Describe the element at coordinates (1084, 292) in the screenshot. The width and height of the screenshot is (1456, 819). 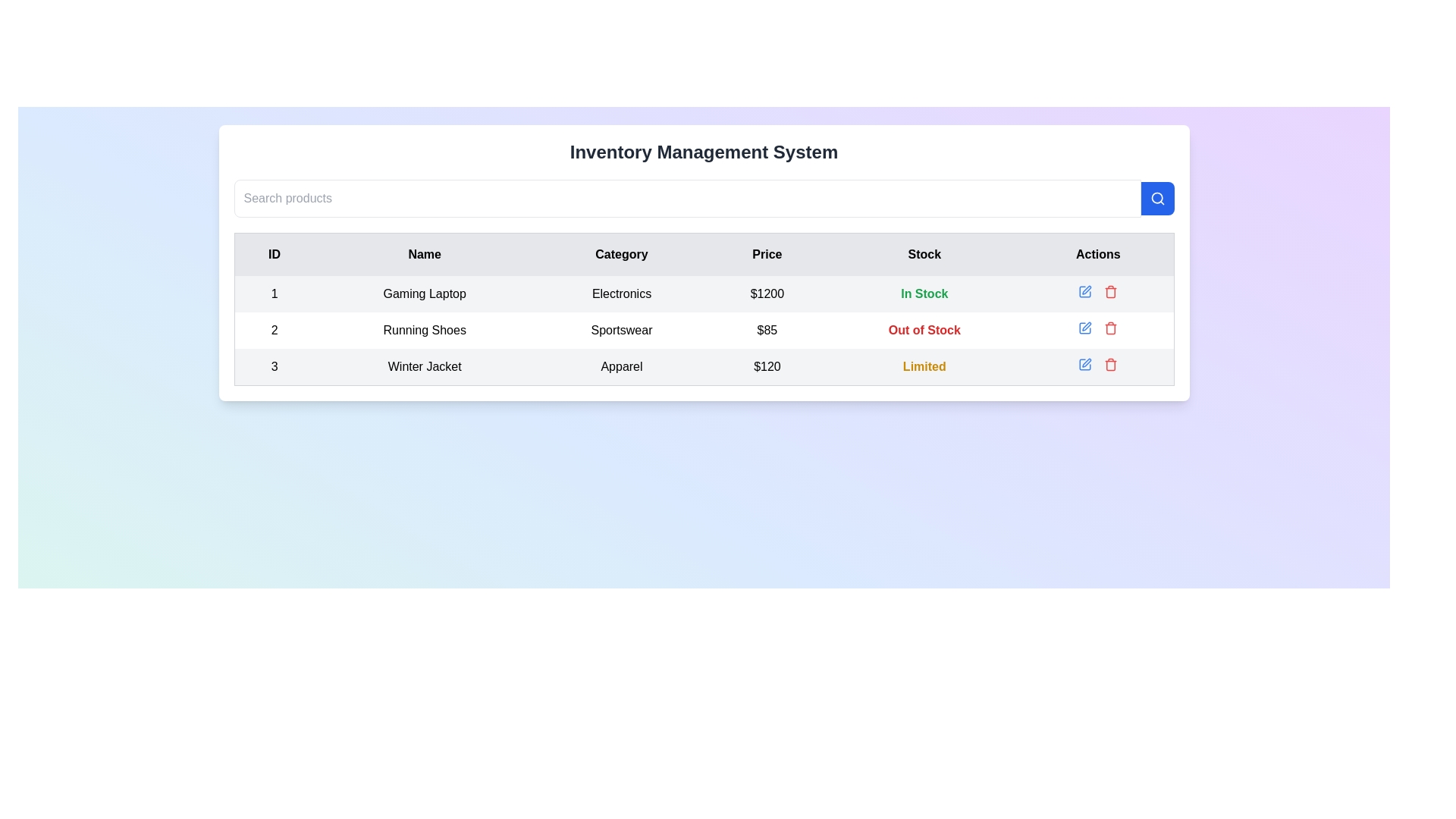
I see `the square icon with rounded corners located in the 'Actions' column next to the 'Running Shoes' entry` at that location.